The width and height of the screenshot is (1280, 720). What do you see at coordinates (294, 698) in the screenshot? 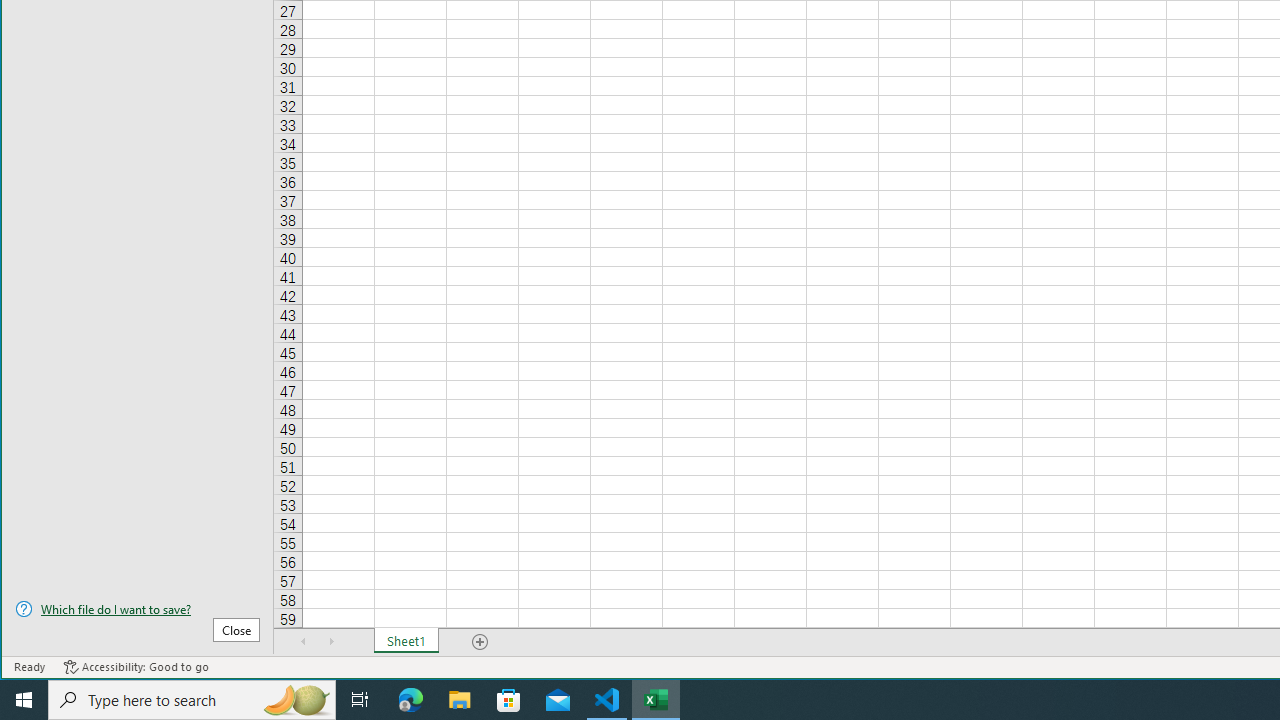
I see `'Search highlights icon opens search home window'` at bounding box center [294, 698].